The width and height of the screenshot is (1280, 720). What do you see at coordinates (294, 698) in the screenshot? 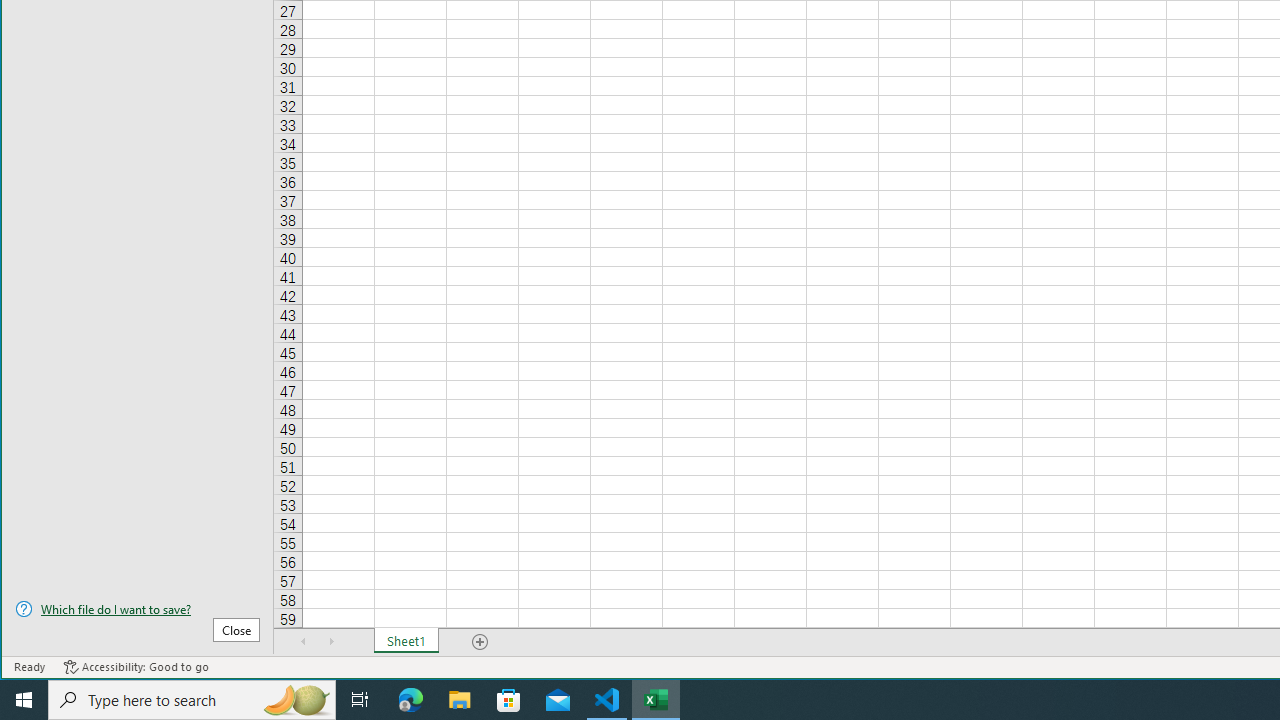
I see `'Search highlights icon opens search home window'` at bounding box center [294, 698].